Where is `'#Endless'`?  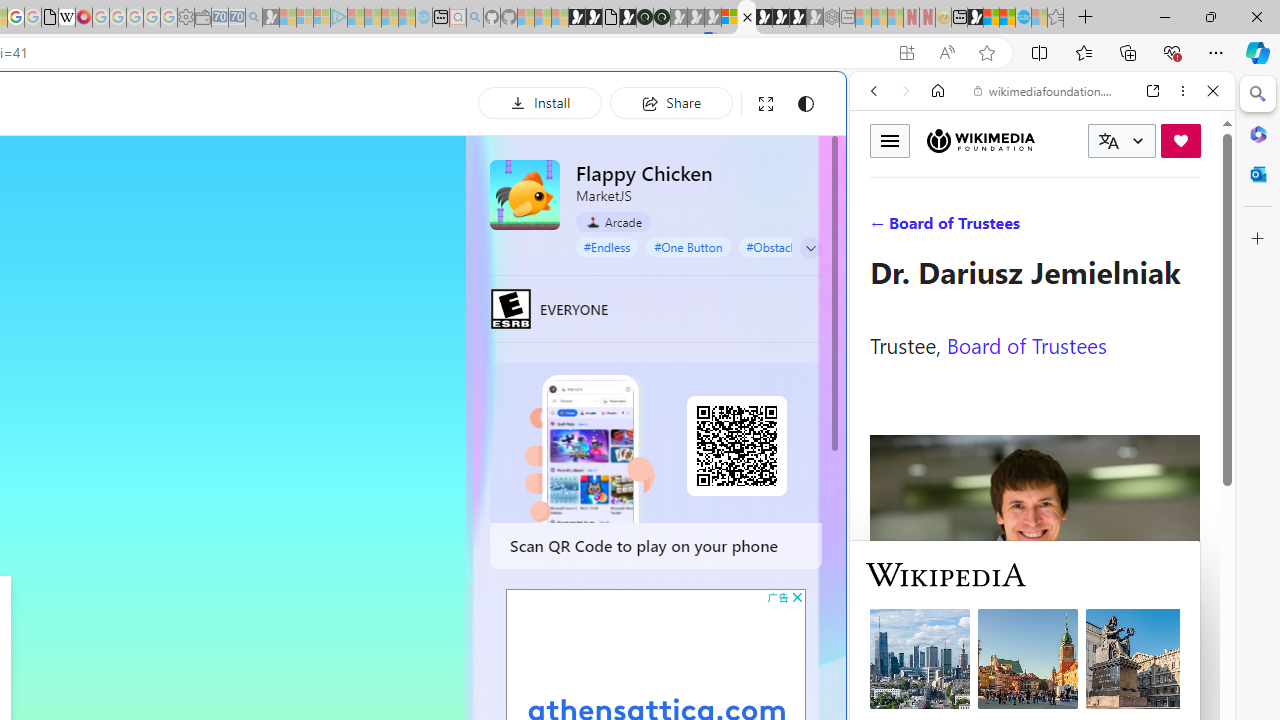 '#Endless' is located at coordinates (606, 245).